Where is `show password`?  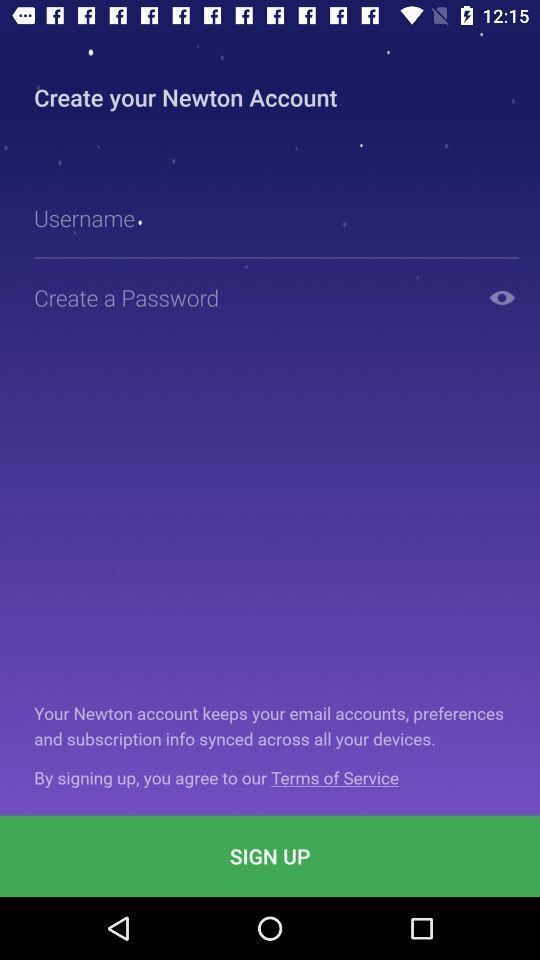 show password is located at coordinates (501, 296).